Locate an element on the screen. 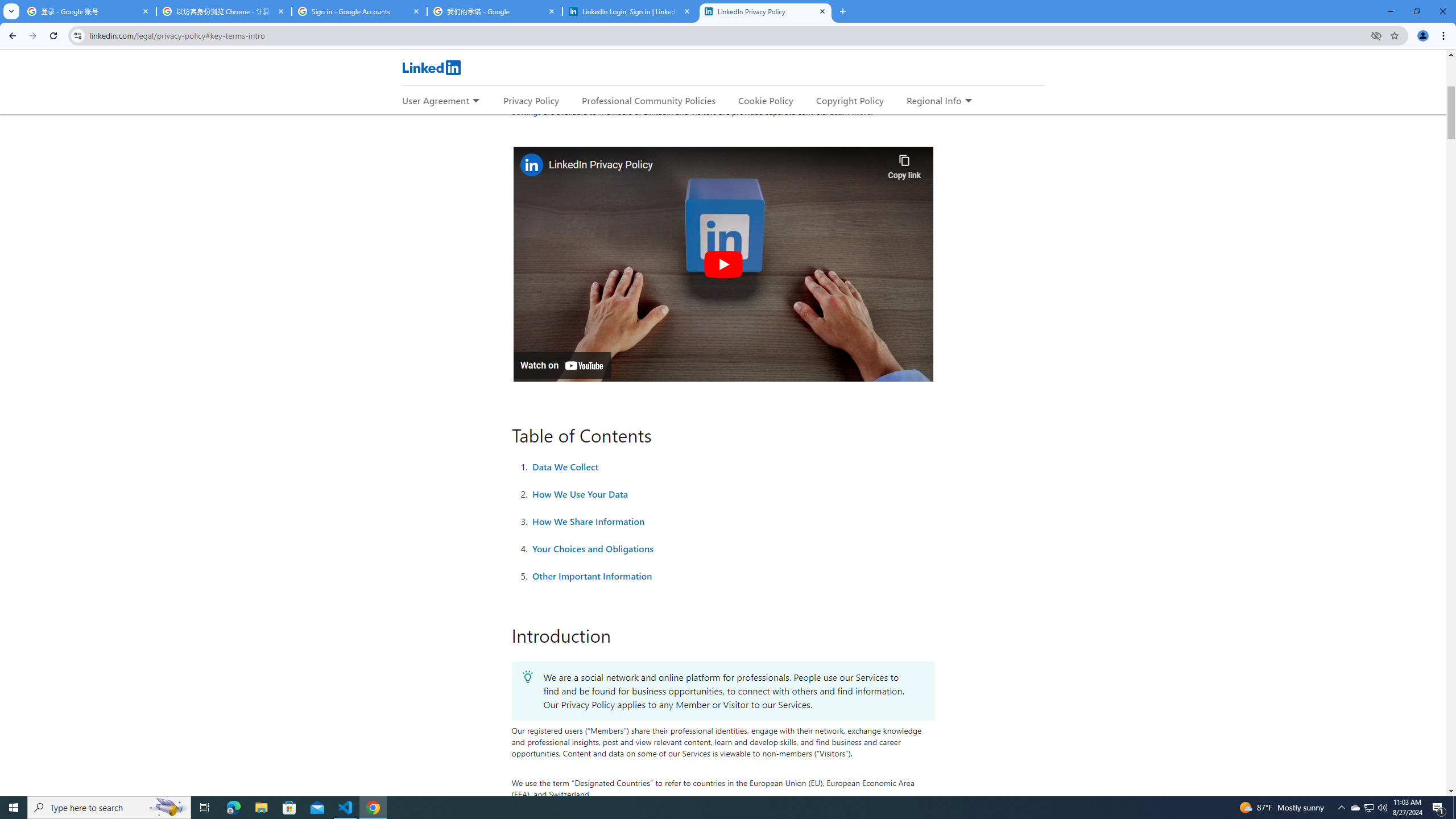 The image size is (1456, 819). 'Copy link' is located at coordinates (904, 163).